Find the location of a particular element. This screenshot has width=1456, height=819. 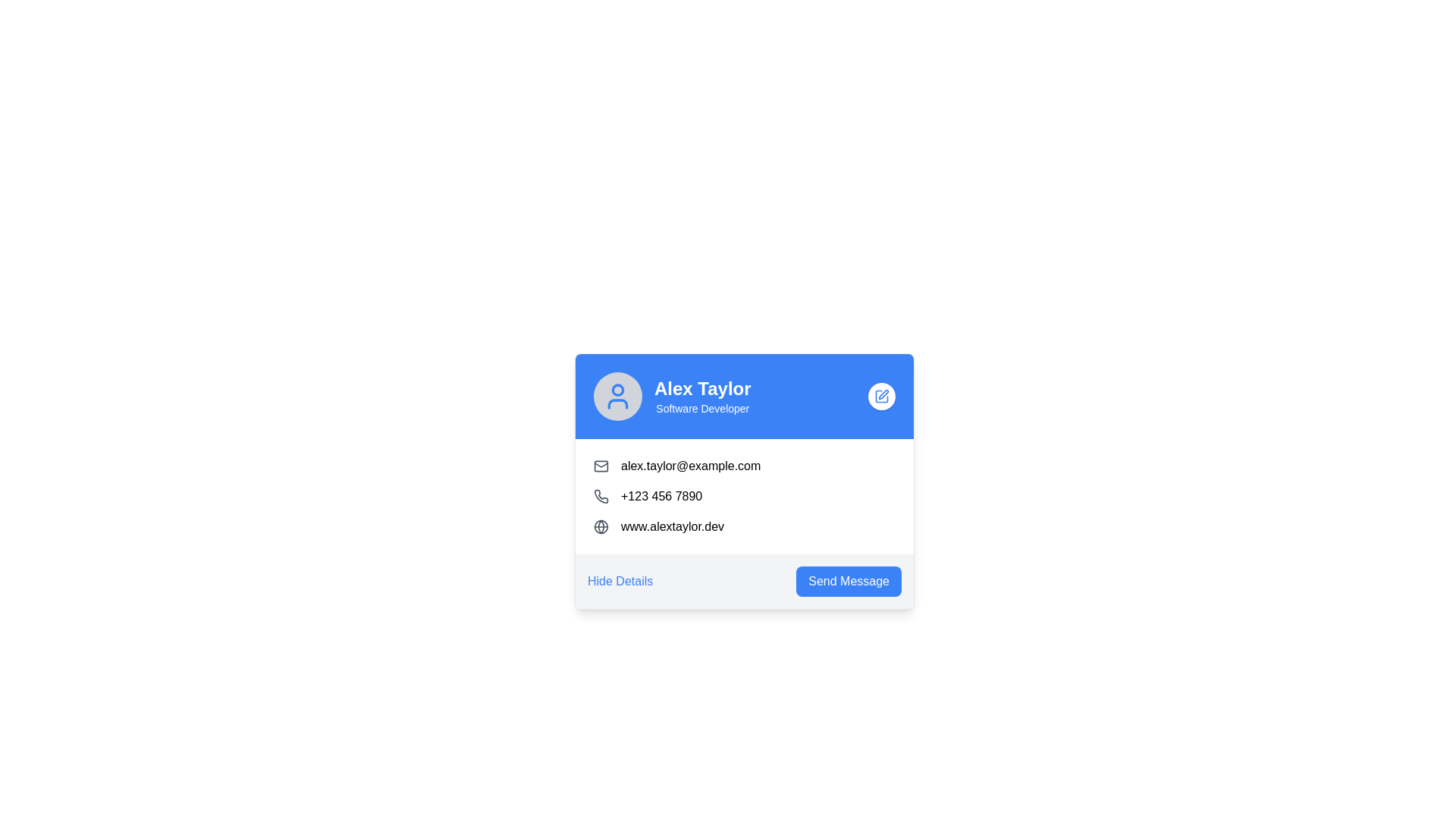

the fifth and rightmost textual link or label that serves as a hyperlink for a personal or professional website, located right-aligned after the globe icon is located at coordinates (672, 526).